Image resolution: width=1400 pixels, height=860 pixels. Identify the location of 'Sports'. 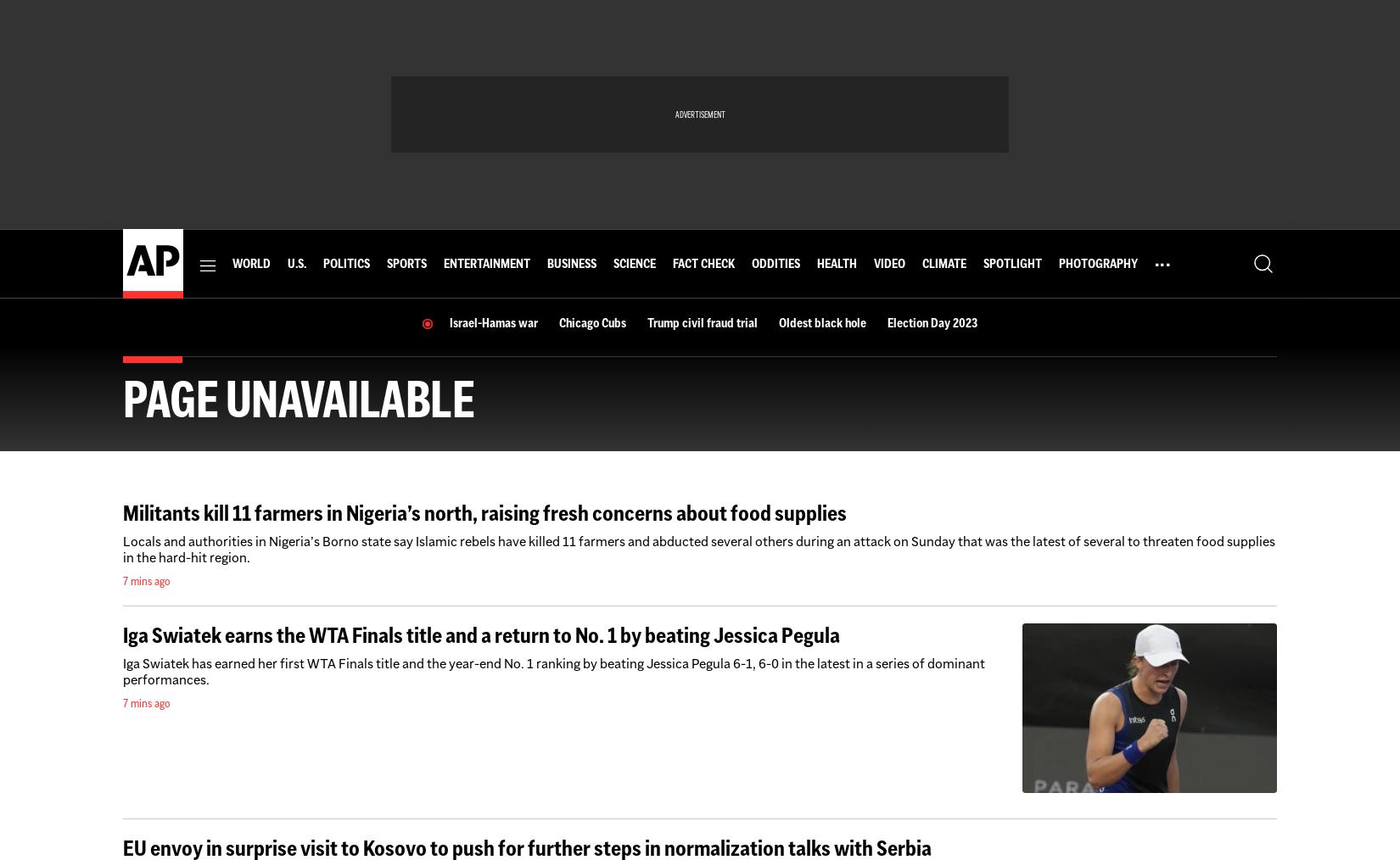
(405, 263).